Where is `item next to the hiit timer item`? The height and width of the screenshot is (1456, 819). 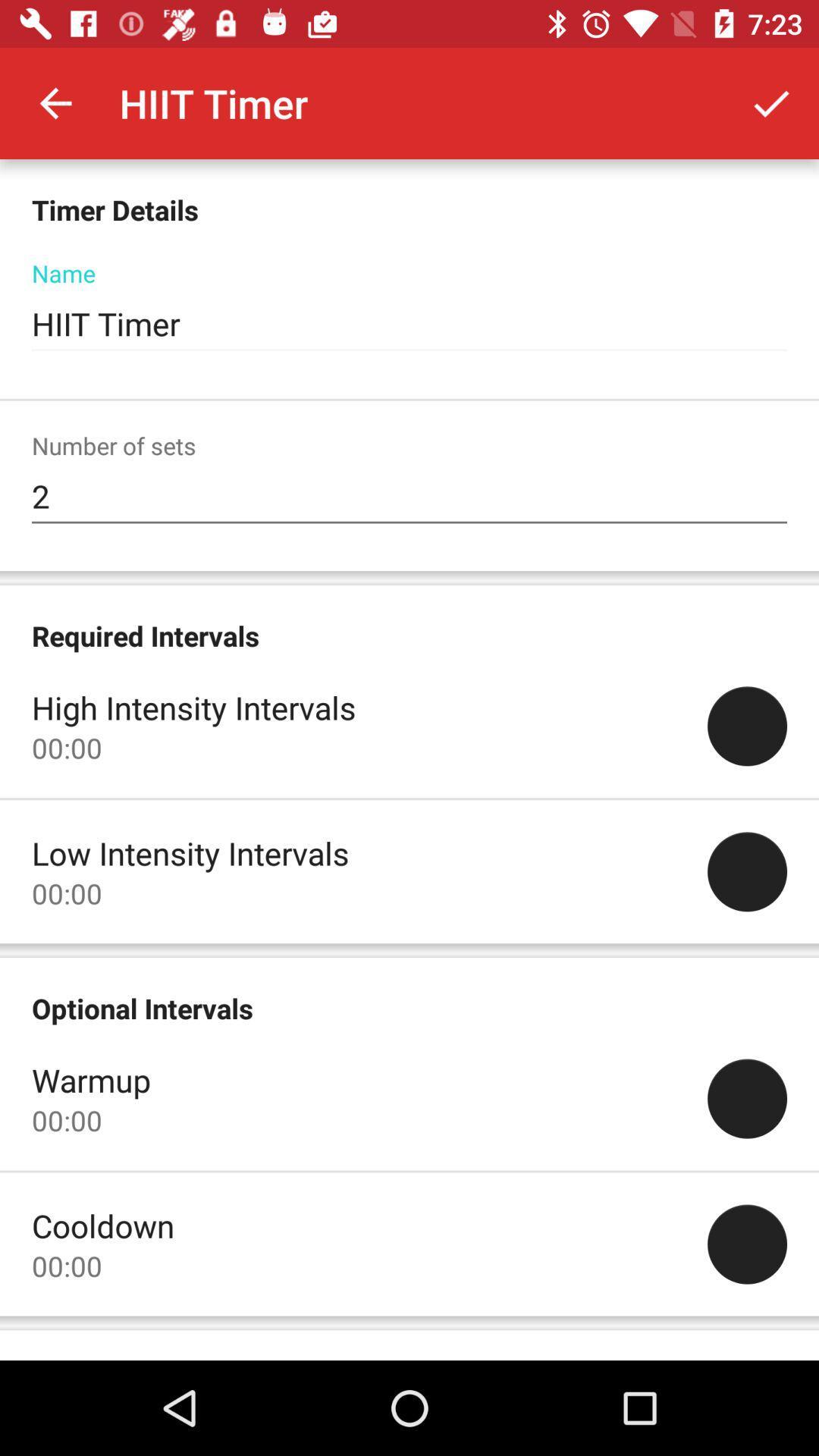 item next to the hiit timer item is located at coordinates (55, 102).